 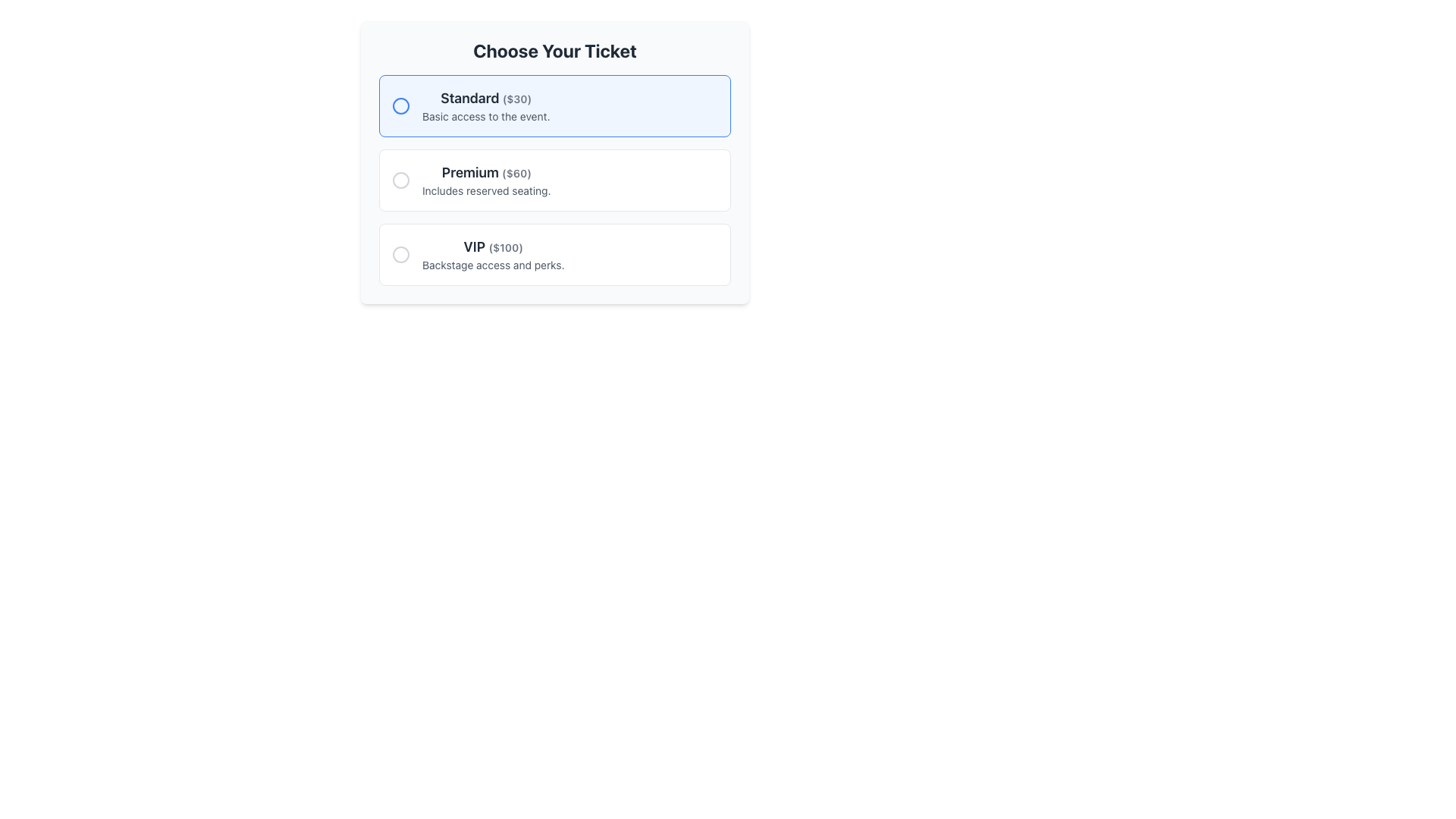 What do you see at coordinates (486, 116) in the screenshot?
I see `the static text label reading 'Basic access to the event.' which is located directly below the 'Standard ($30)' title text` at bounding box center [486, 116].